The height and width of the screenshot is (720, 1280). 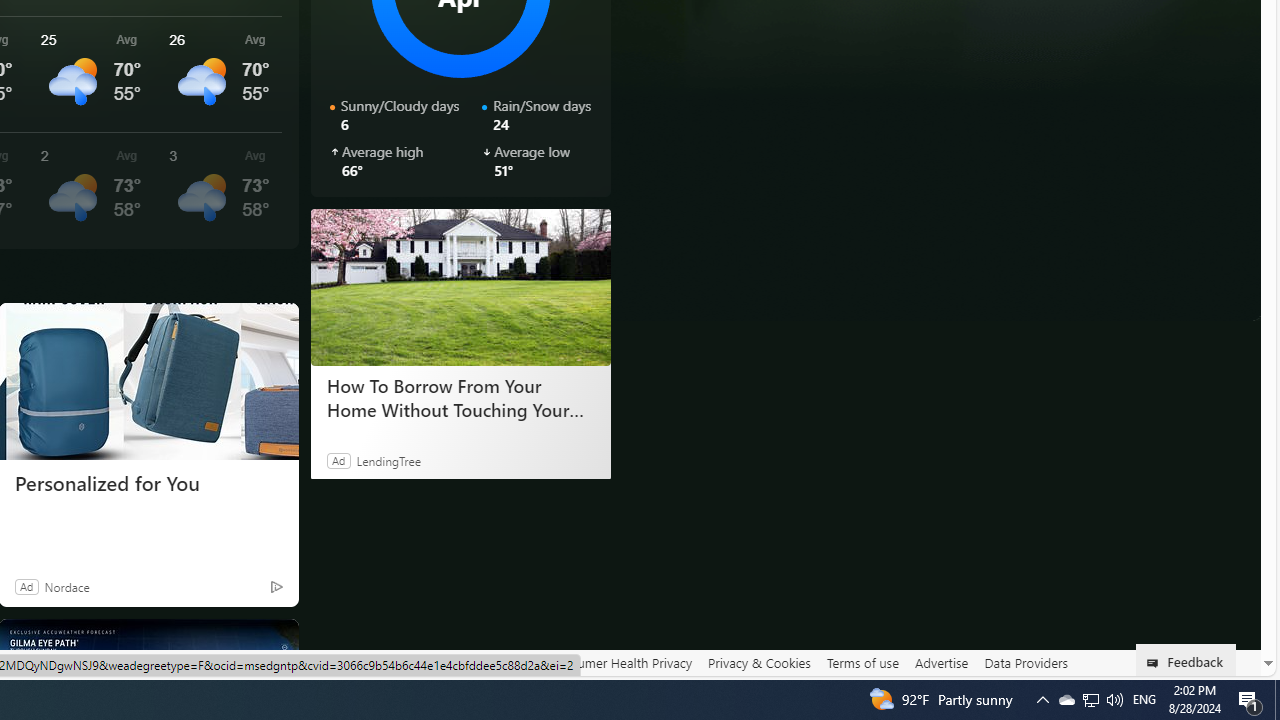 I want to click on 'Advertise', so click(x=940, y=663).